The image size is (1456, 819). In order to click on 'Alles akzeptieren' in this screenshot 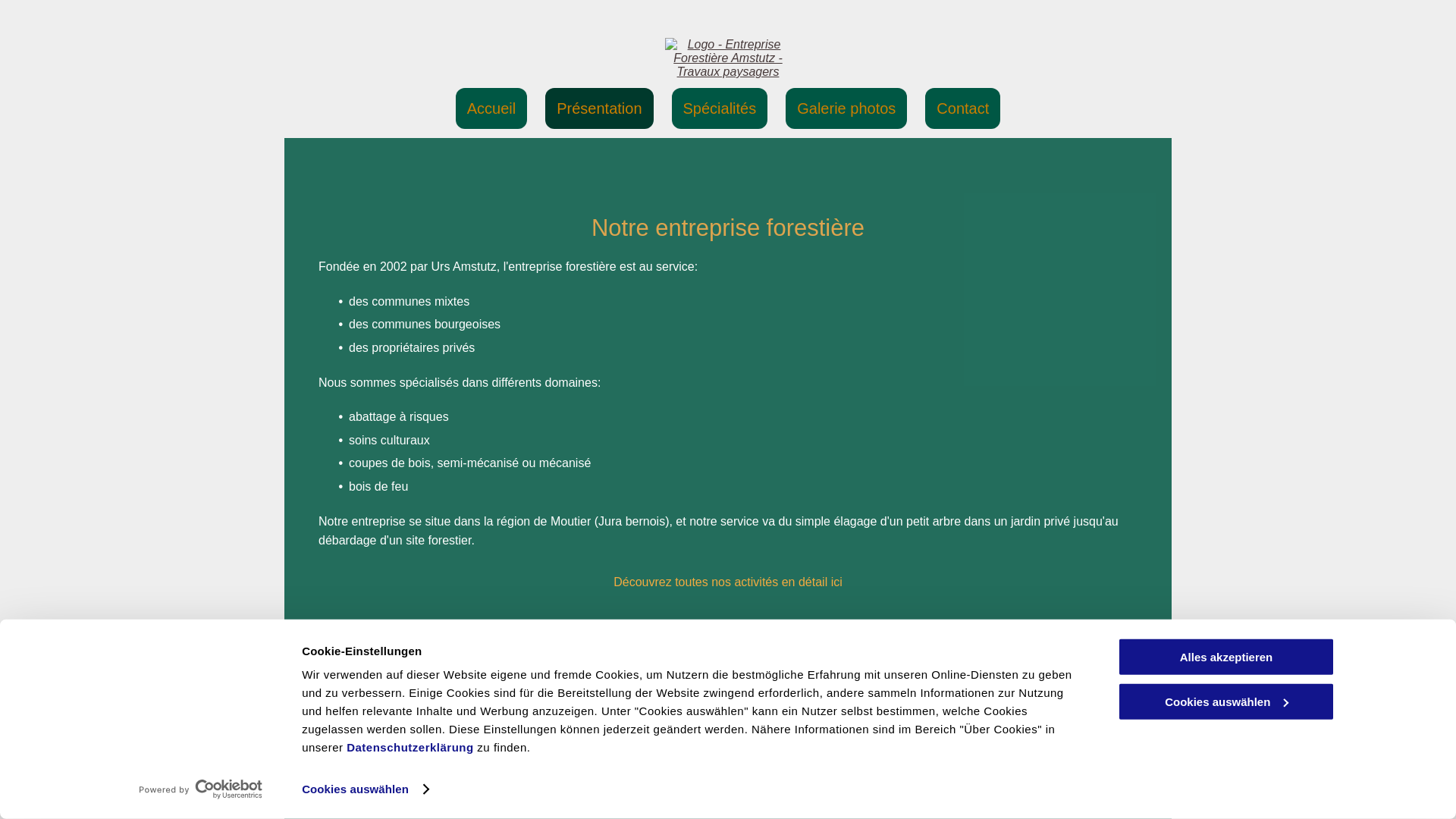, I will do `click(1226, 656)`.